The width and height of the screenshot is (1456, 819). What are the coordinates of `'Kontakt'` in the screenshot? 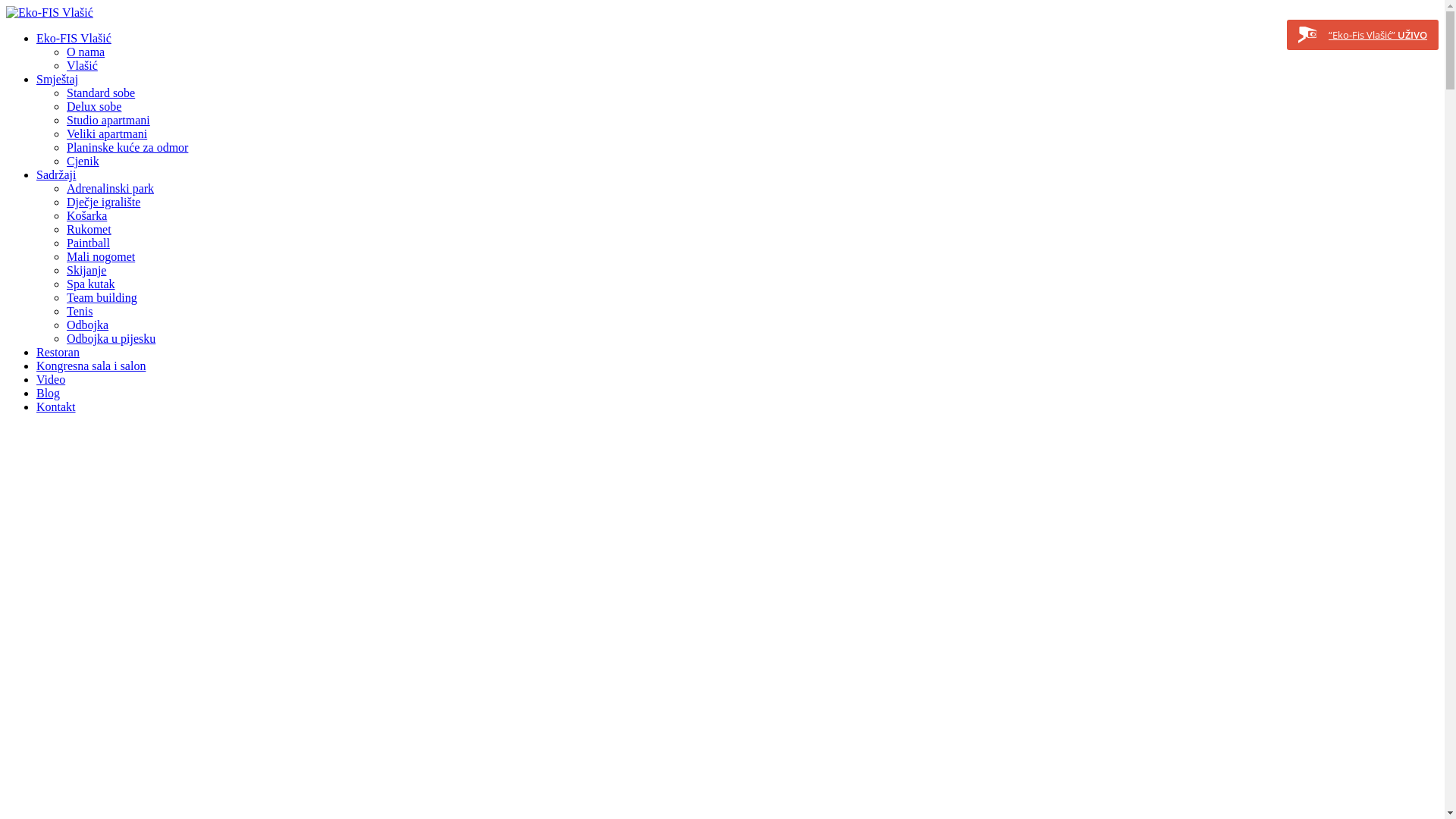 It's located at (55, 406).